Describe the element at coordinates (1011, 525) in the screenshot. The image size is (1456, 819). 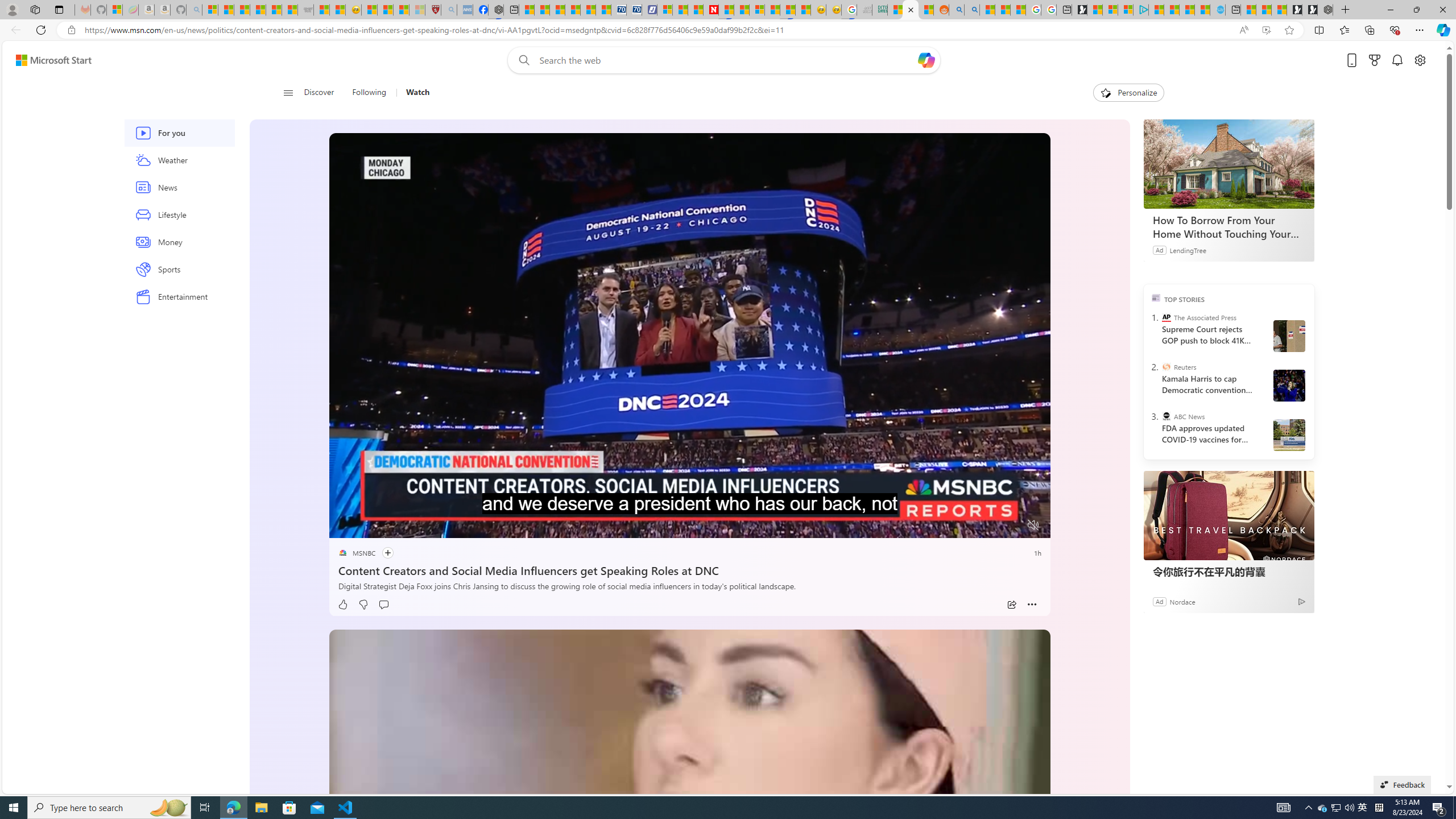
I see `'Fullscreen'` at that location.